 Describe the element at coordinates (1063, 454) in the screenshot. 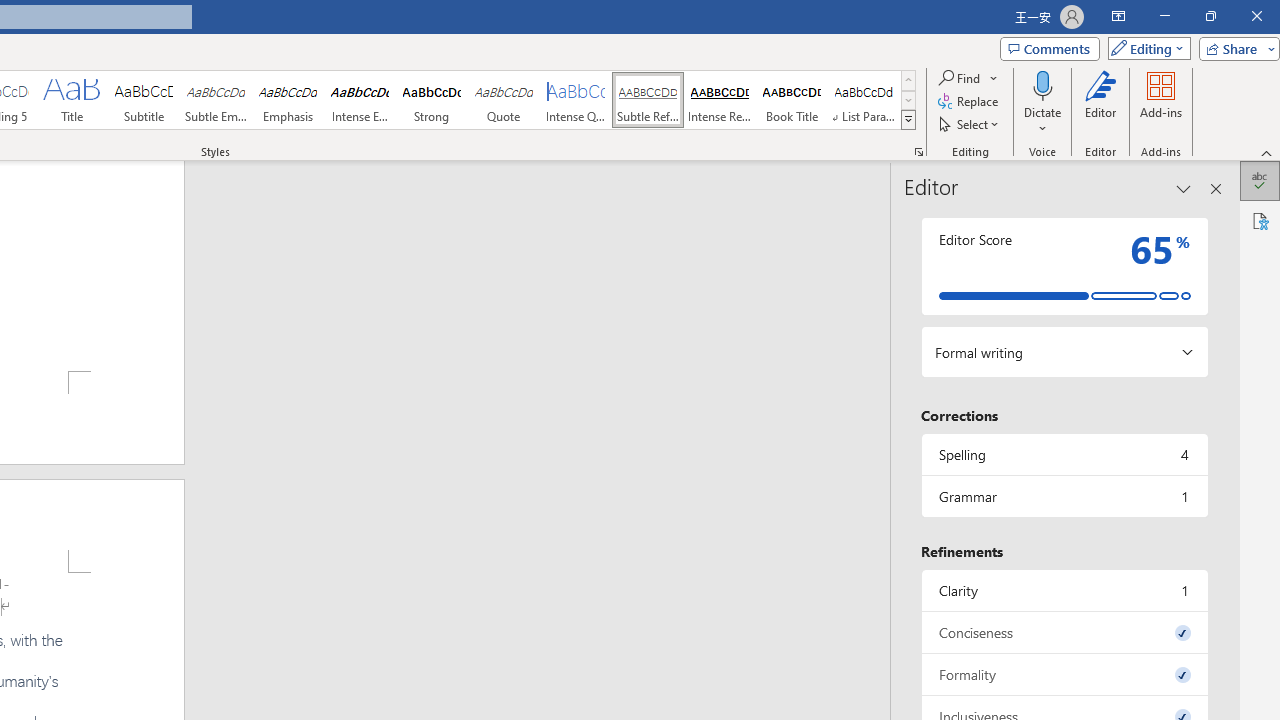

I see `'Spelling, 4 issues. Press space or enter to review items.'` at that location.